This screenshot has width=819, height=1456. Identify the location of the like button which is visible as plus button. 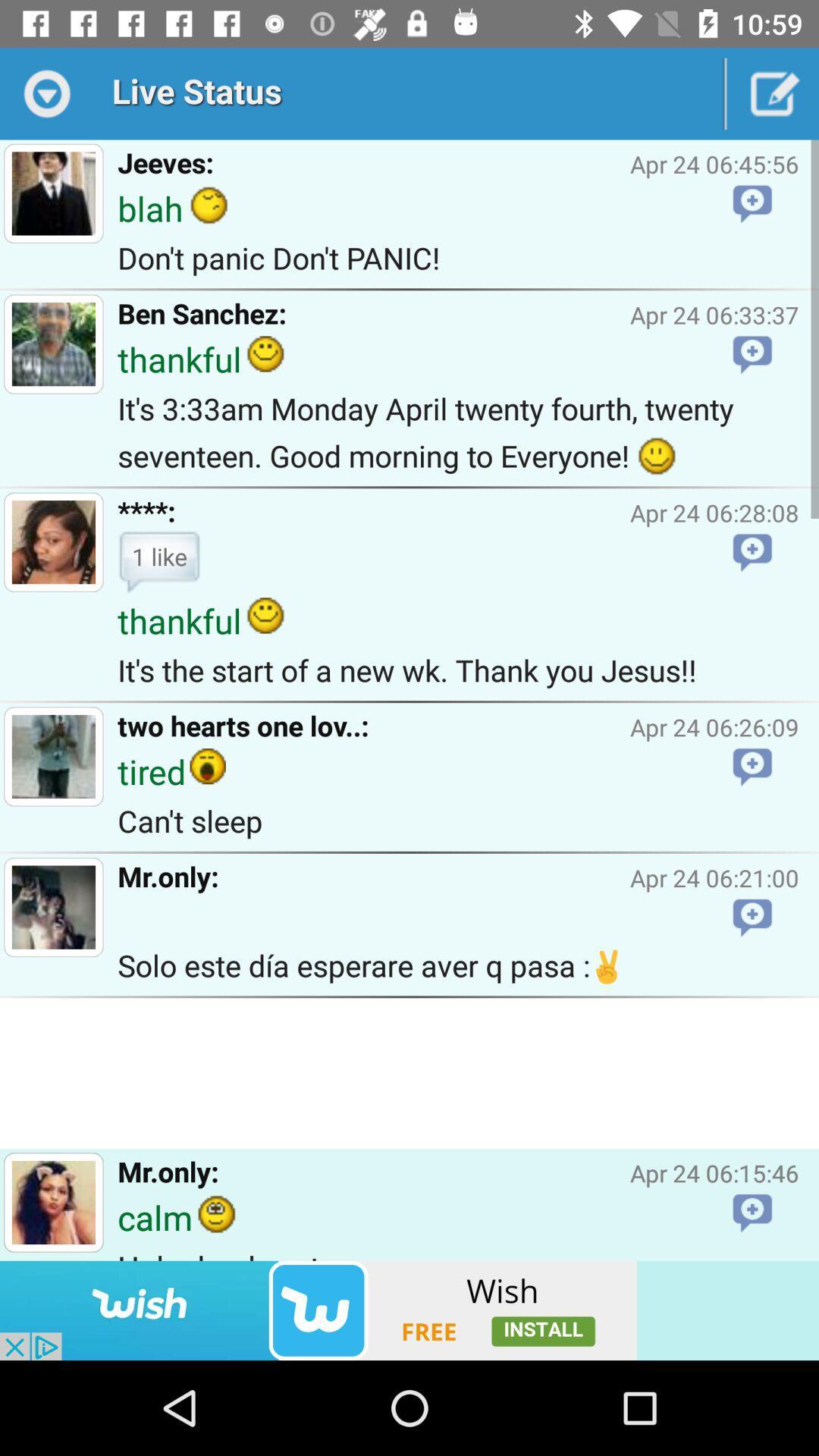
(752, 552).